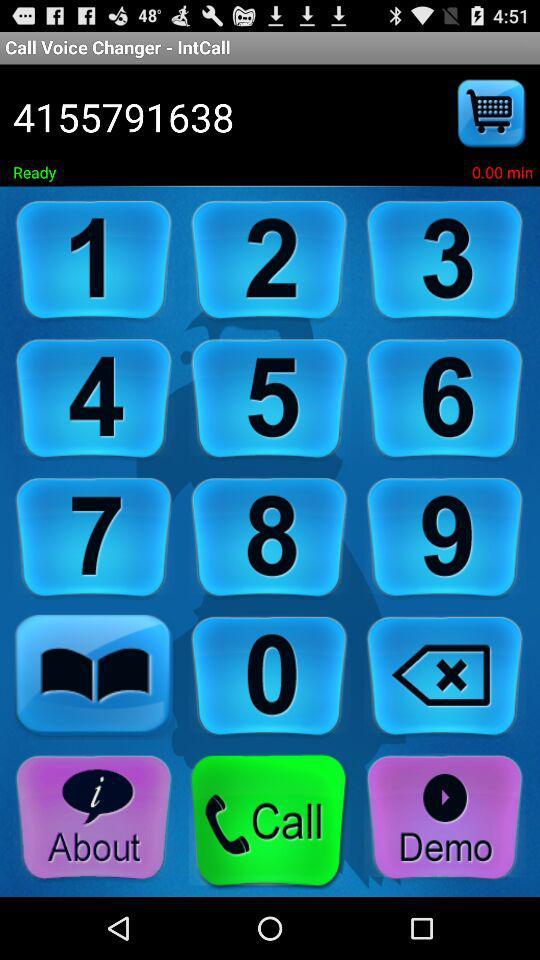 This screenshot has width=540, height=960. What do you see at coordinates (269, 260) in the screenshot?
I see `dial number 2` at bounding box center [269, 260].